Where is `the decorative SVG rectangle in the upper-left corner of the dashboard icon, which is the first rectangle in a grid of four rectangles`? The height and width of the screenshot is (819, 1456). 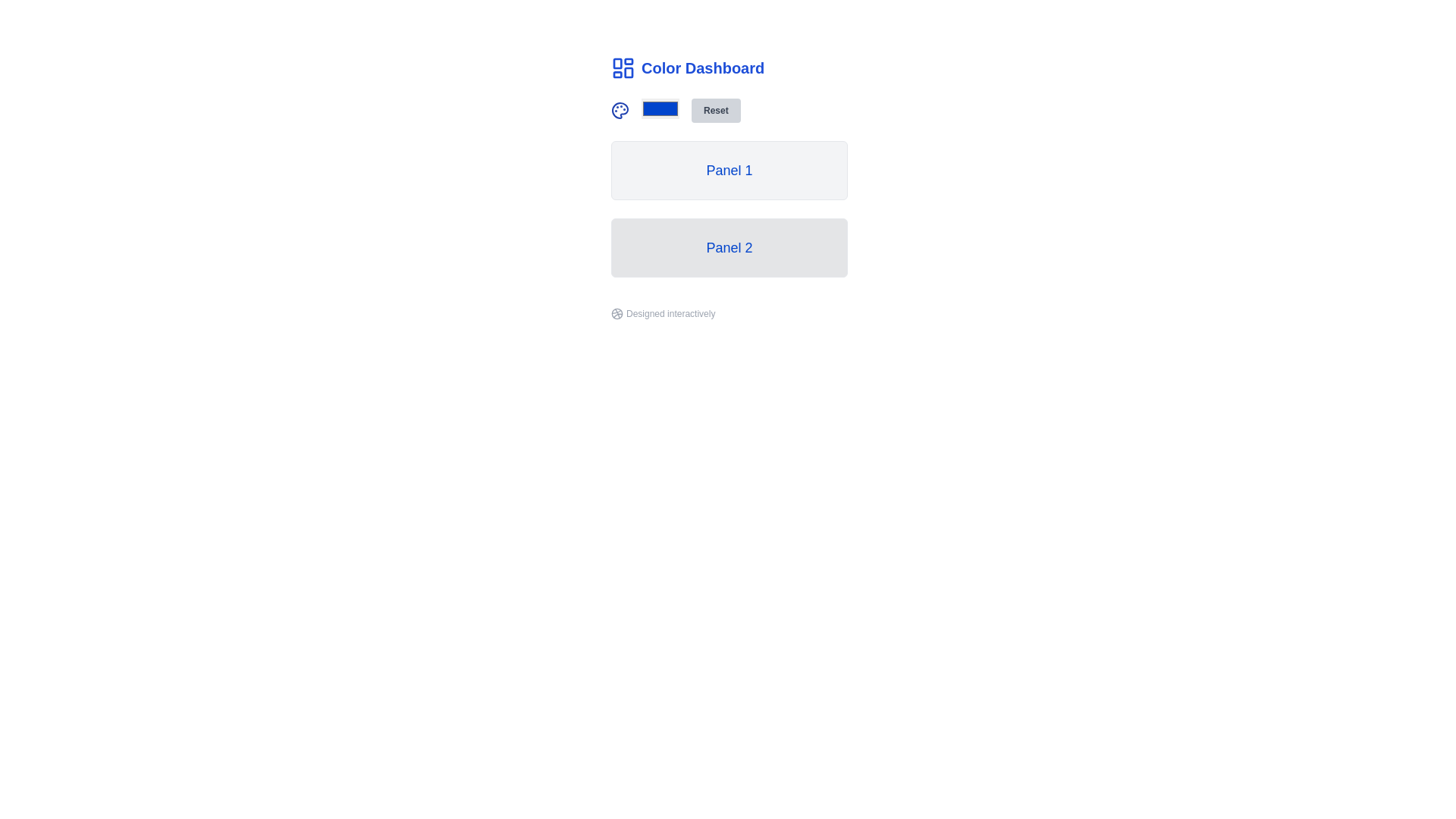 the decorative SVG rectangle in the upper-left corner of the dashboard icon, which is the first rectangle in a grid of four rectangles is located at coordinates (617, 63).